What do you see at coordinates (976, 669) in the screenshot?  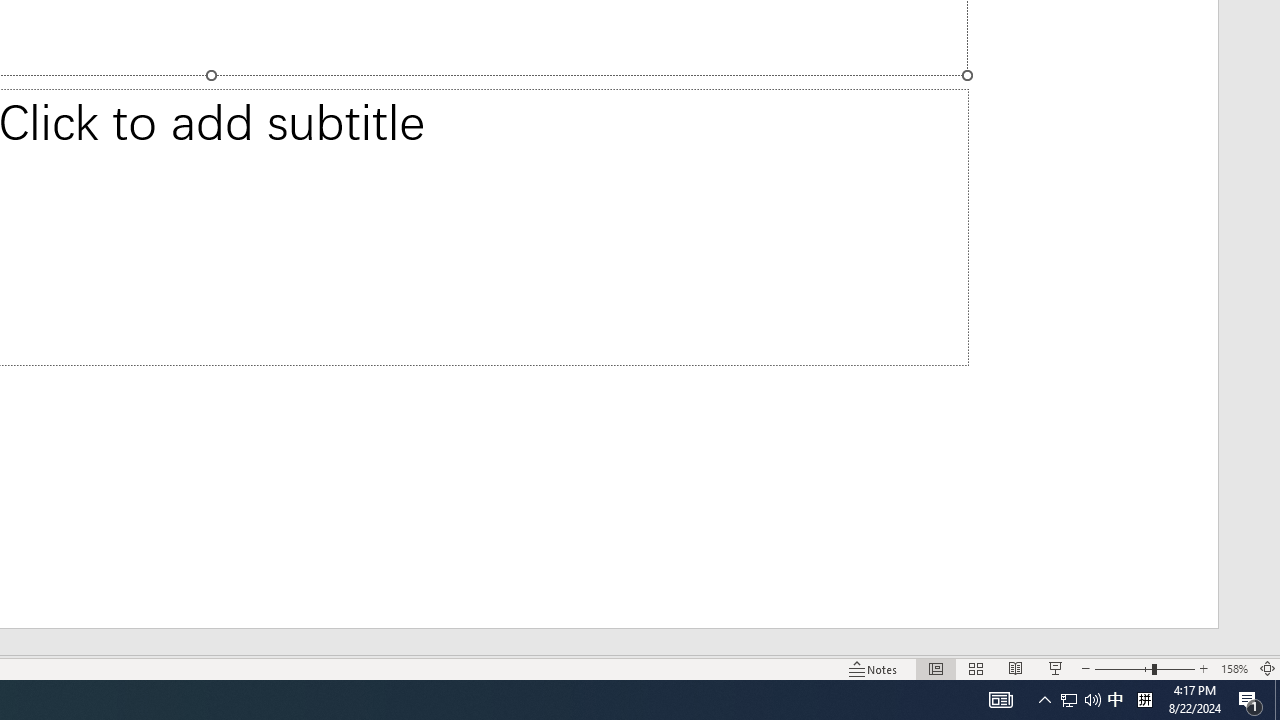 I see `'Slide Sorter'` at bounding box center [976, 669].